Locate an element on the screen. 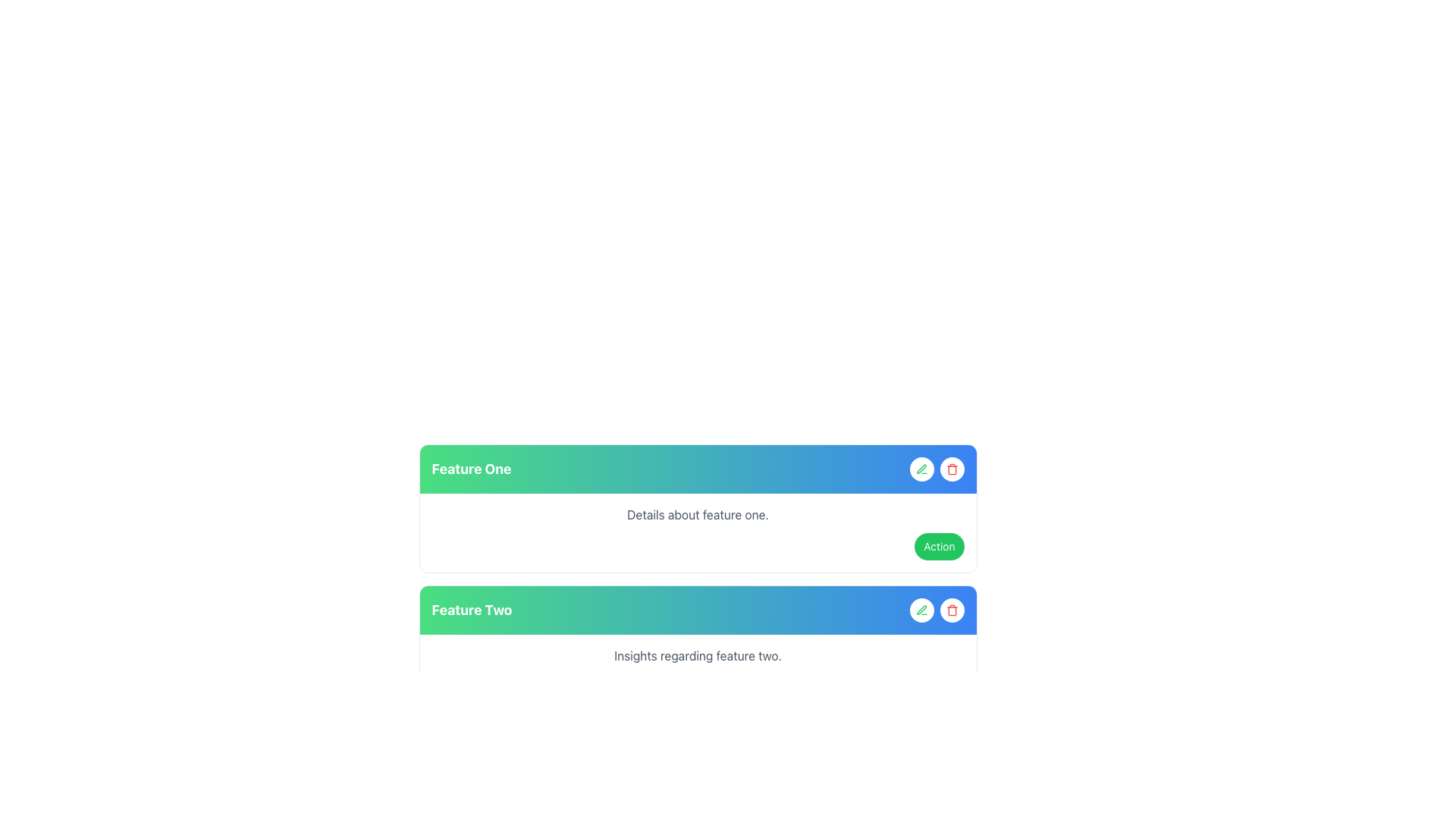 Image resolution: width=1456 pixels, height=819 pixels. the circular button with a white background and red border, featuring a red trash can icon, located to the right of a pencil-shaped button is located at coordinates (951, 610).